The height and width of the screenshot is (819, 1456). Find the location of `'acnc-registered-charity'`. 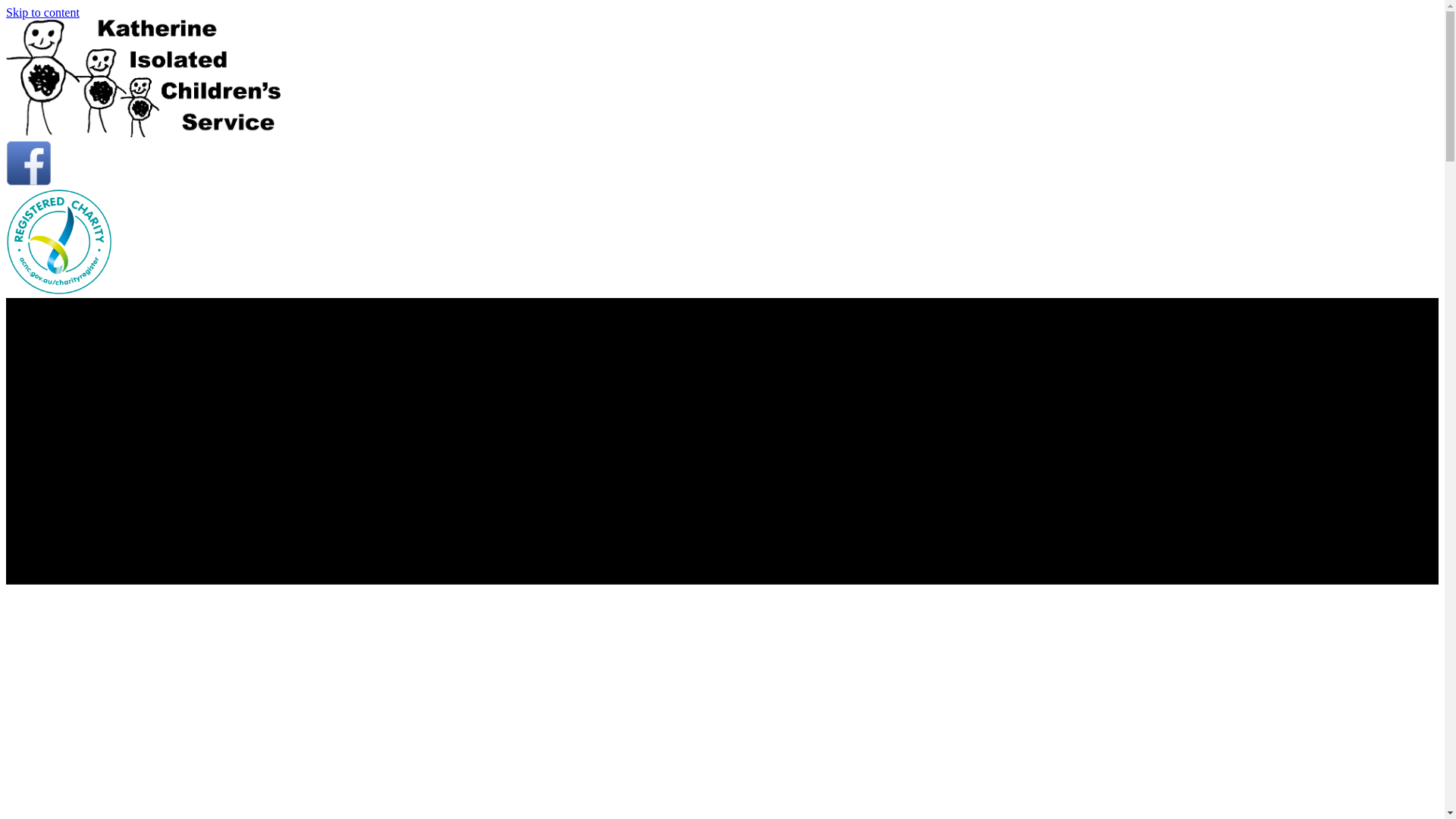

'acnc-registered-charity' is located at coordinates (58, 241).